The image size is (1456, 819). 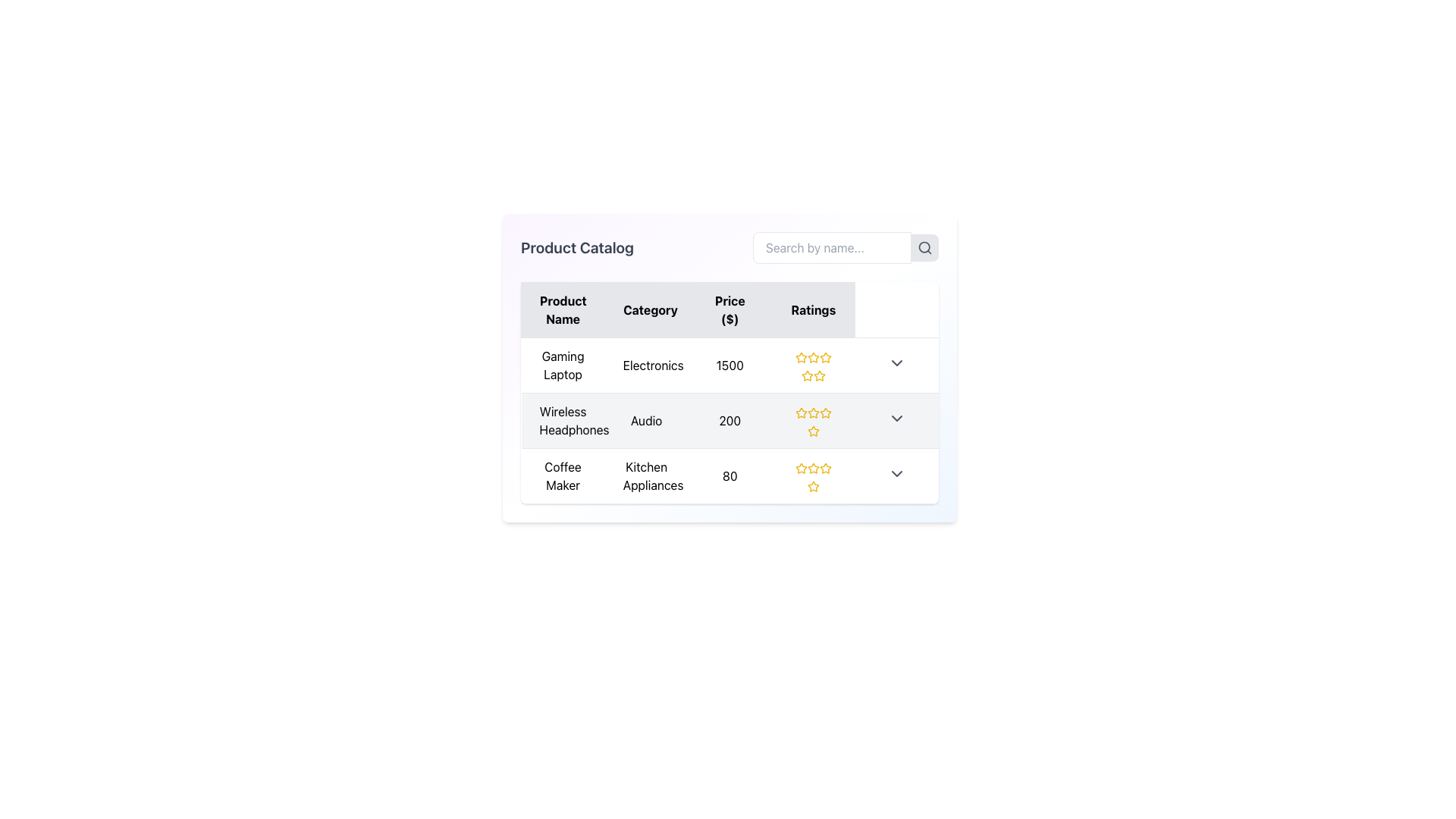 What do you see at coordinates (845, 247) in the screenshot?
I see `the search icon located in the search bar to initiate the search for items by entering keywords` at bounding box center [845, 247].